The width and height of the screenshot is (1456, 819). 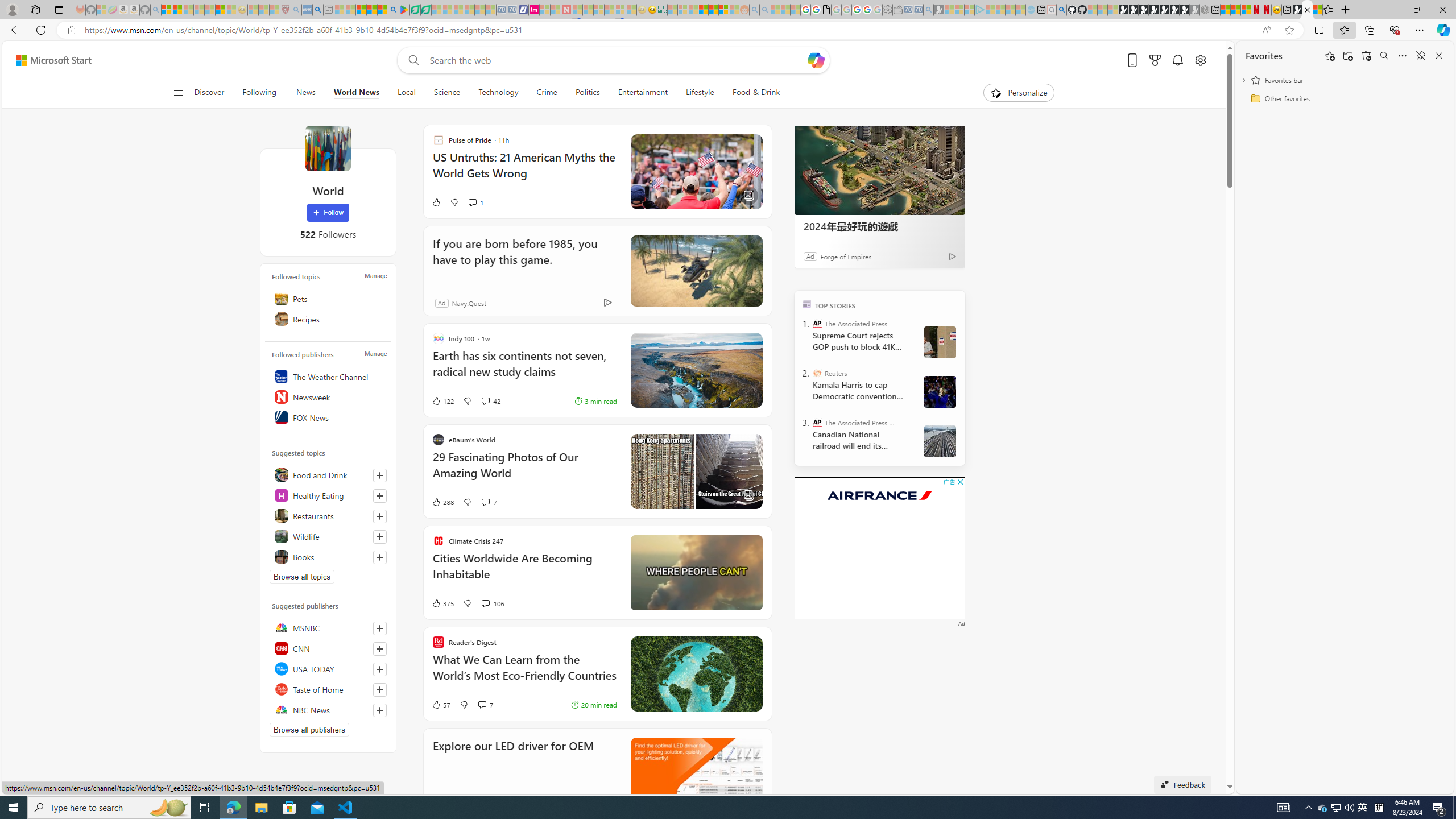 What do you see at coordinates (49, 59) in the screenshot?
I see `'Skip to content'` at bounding box center [49, 59].